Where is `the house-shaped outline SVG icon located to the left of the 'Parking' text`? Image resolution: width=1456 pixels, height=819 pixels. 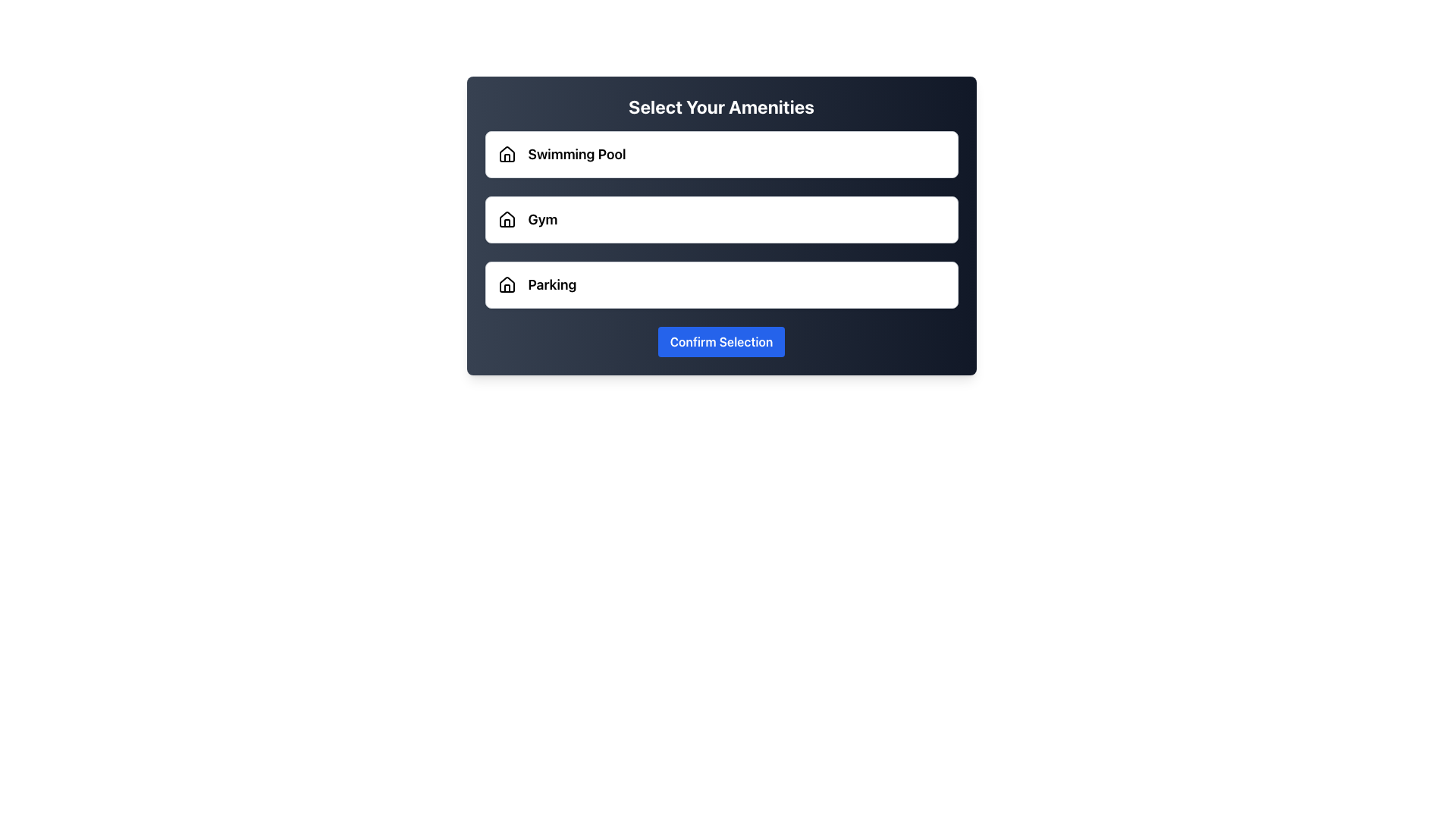
the house-shaped outline SVG icon located to the left of the 'Parking' text is located at coordinates (507, 284).